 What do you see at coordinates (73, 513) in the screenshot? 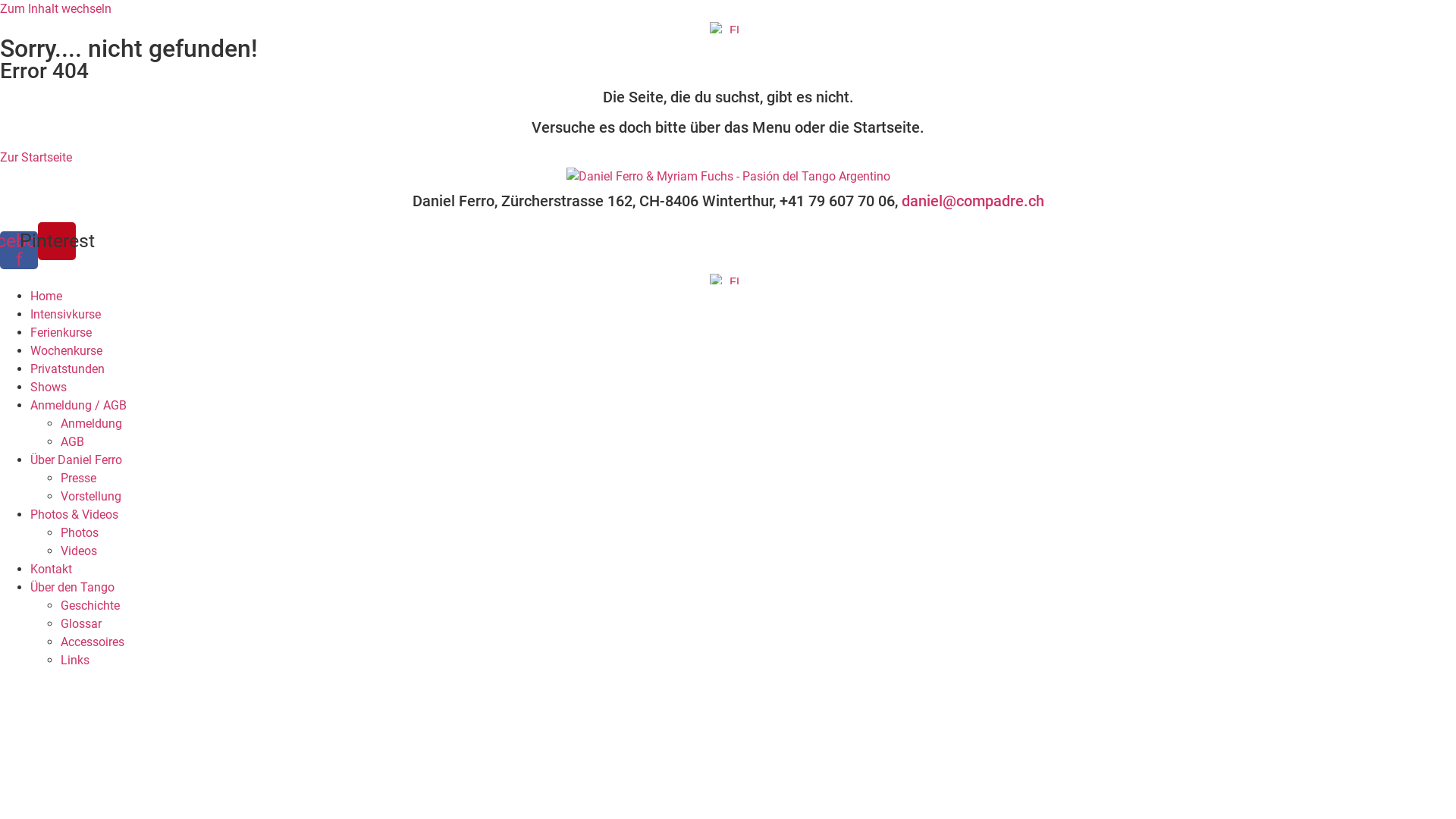
I see `'Photos & Videos'` at bounding box center [73, 513].